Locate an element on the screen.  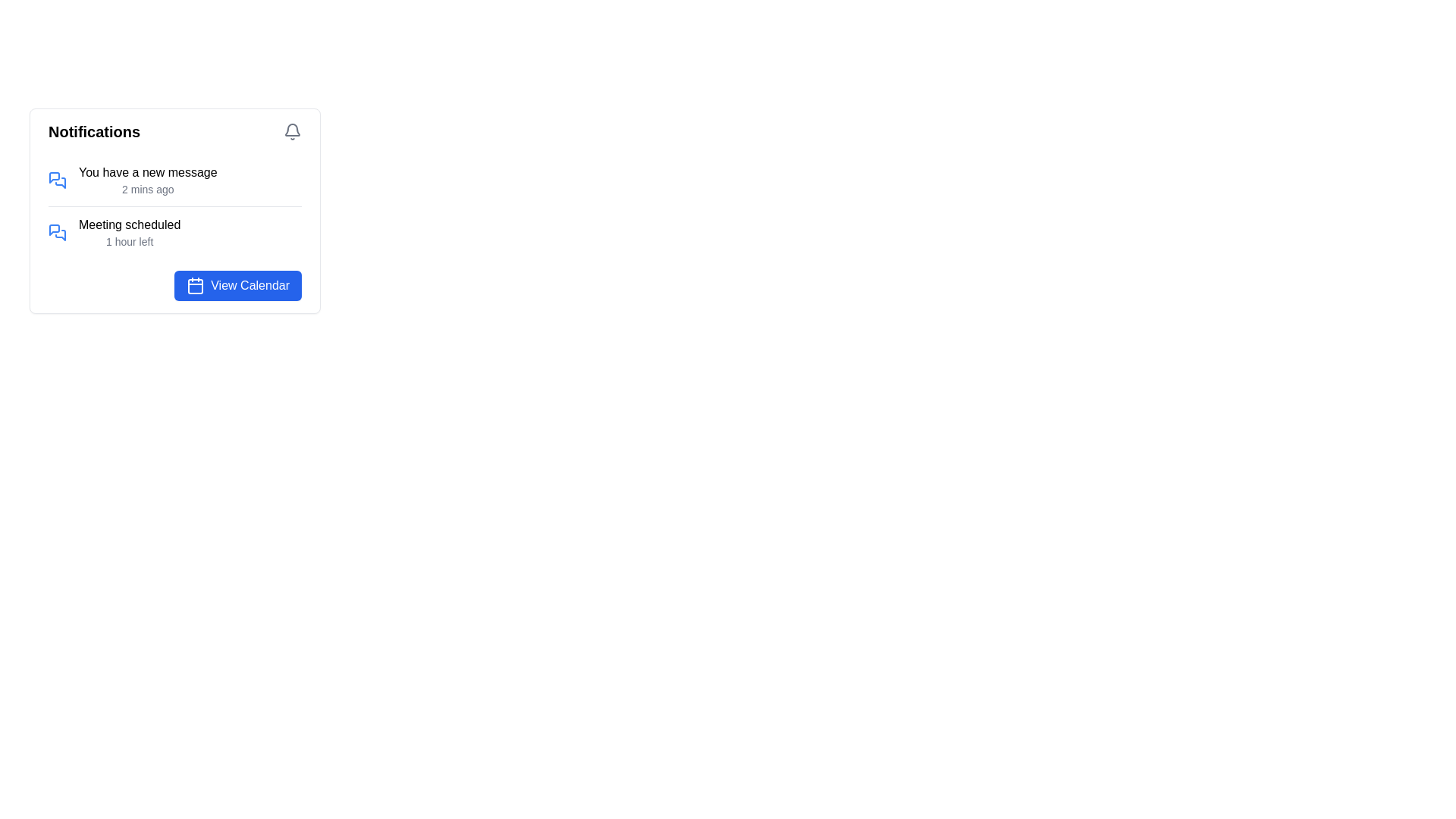
the bell-shaped notification icon located in the upper-right corner of the Notifications section header is located at coordinates (292, 130).